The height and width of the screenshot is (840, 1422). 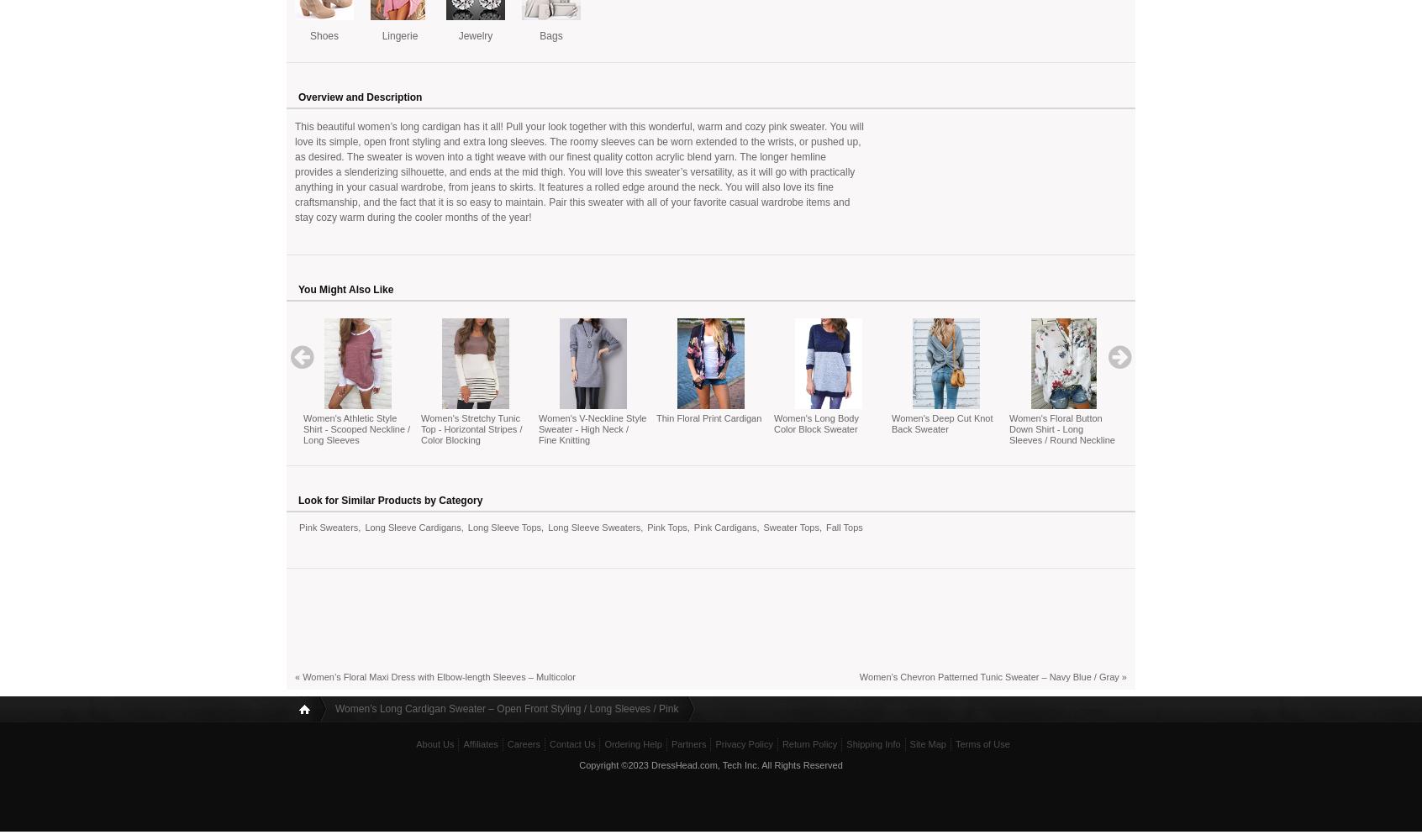 What do you see at coordinates (479, 744) in the screenshot?
I see `'Affiliates'` at bounding box center [479, 744].